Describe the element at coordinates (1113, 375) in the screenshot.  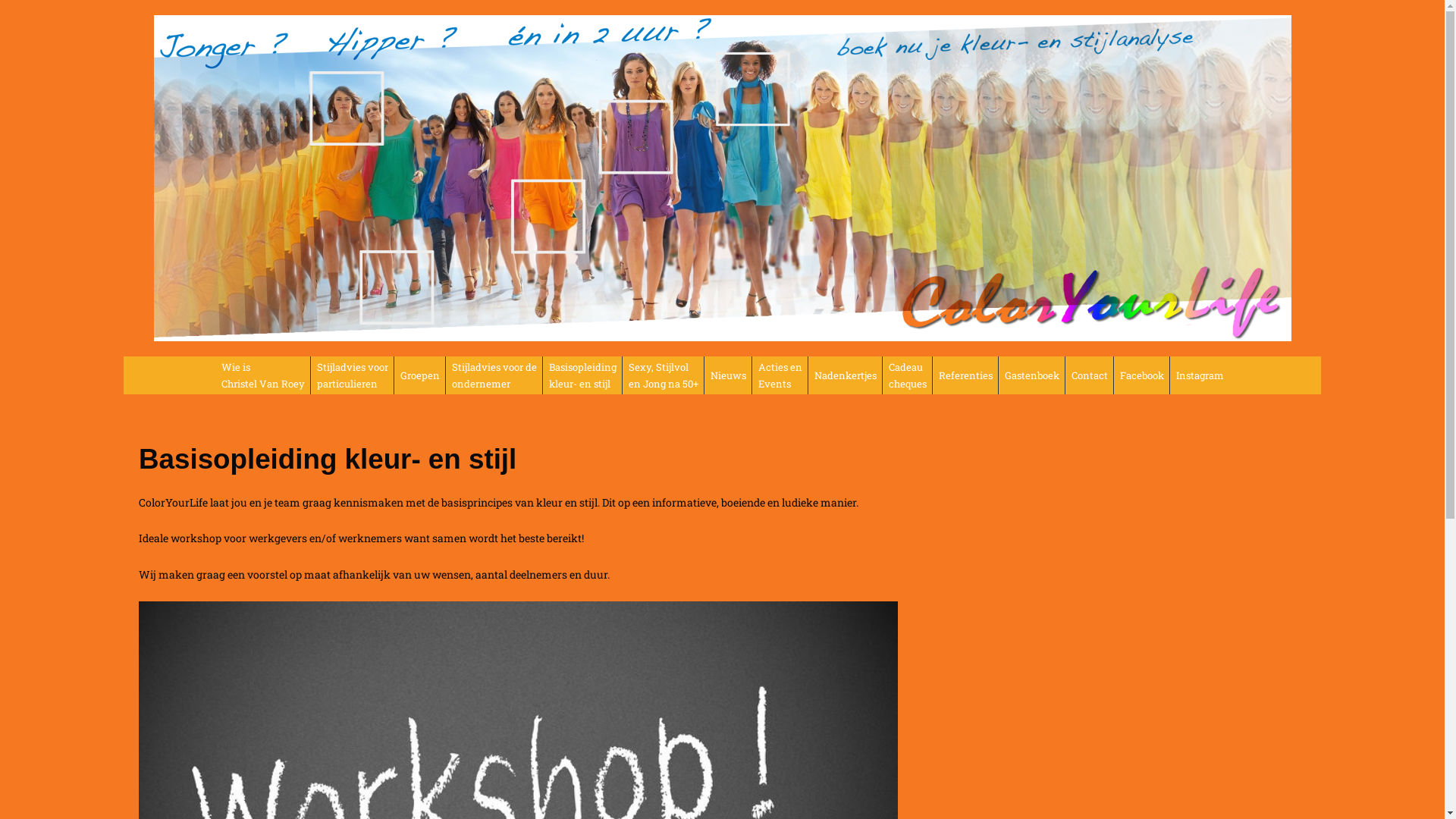
I see `'Facebook'` at that location.